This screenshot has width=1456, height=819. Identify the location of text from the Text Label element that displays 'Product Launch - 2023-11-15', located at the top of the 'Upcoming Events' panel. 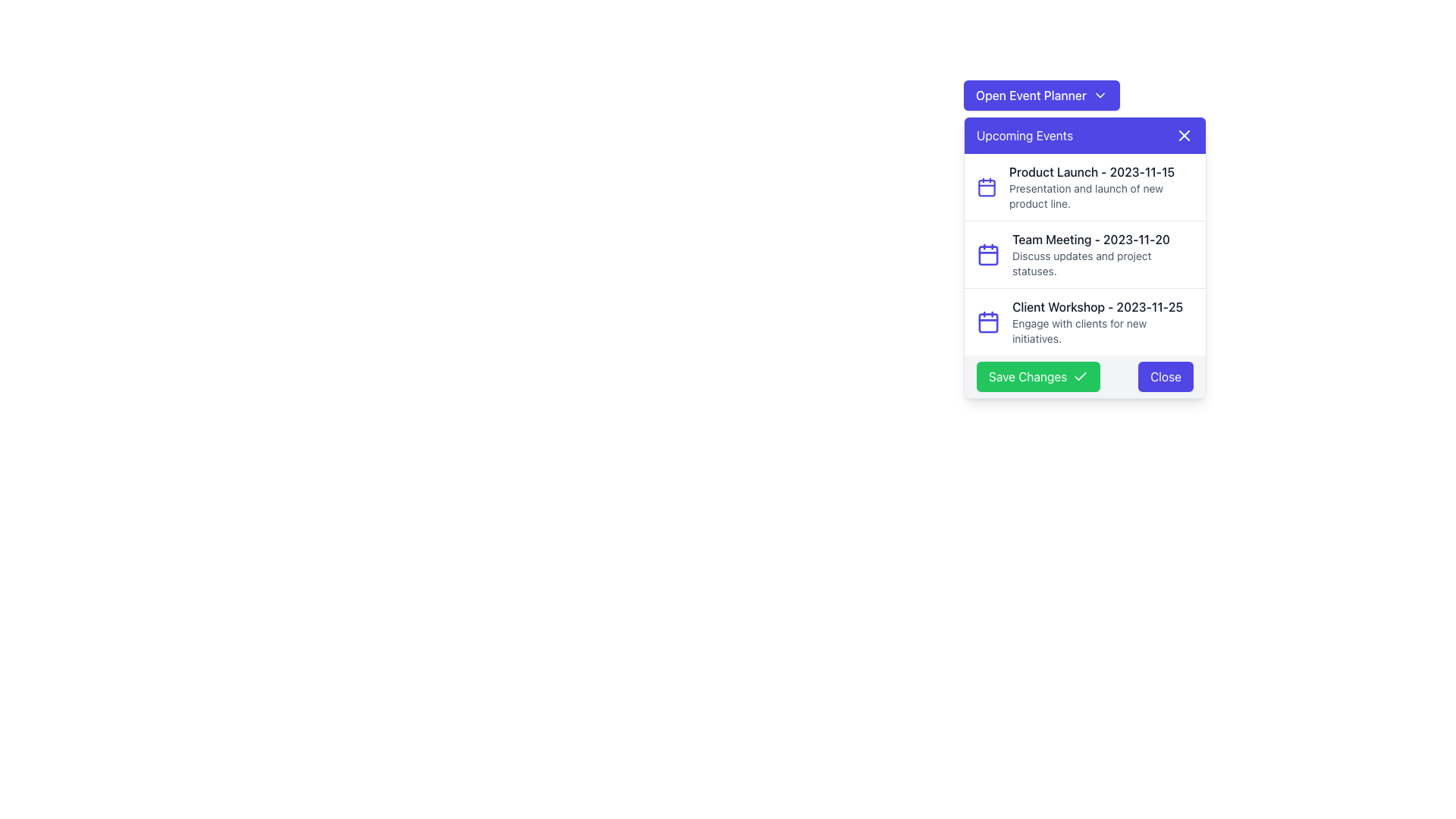
(1101, 171).